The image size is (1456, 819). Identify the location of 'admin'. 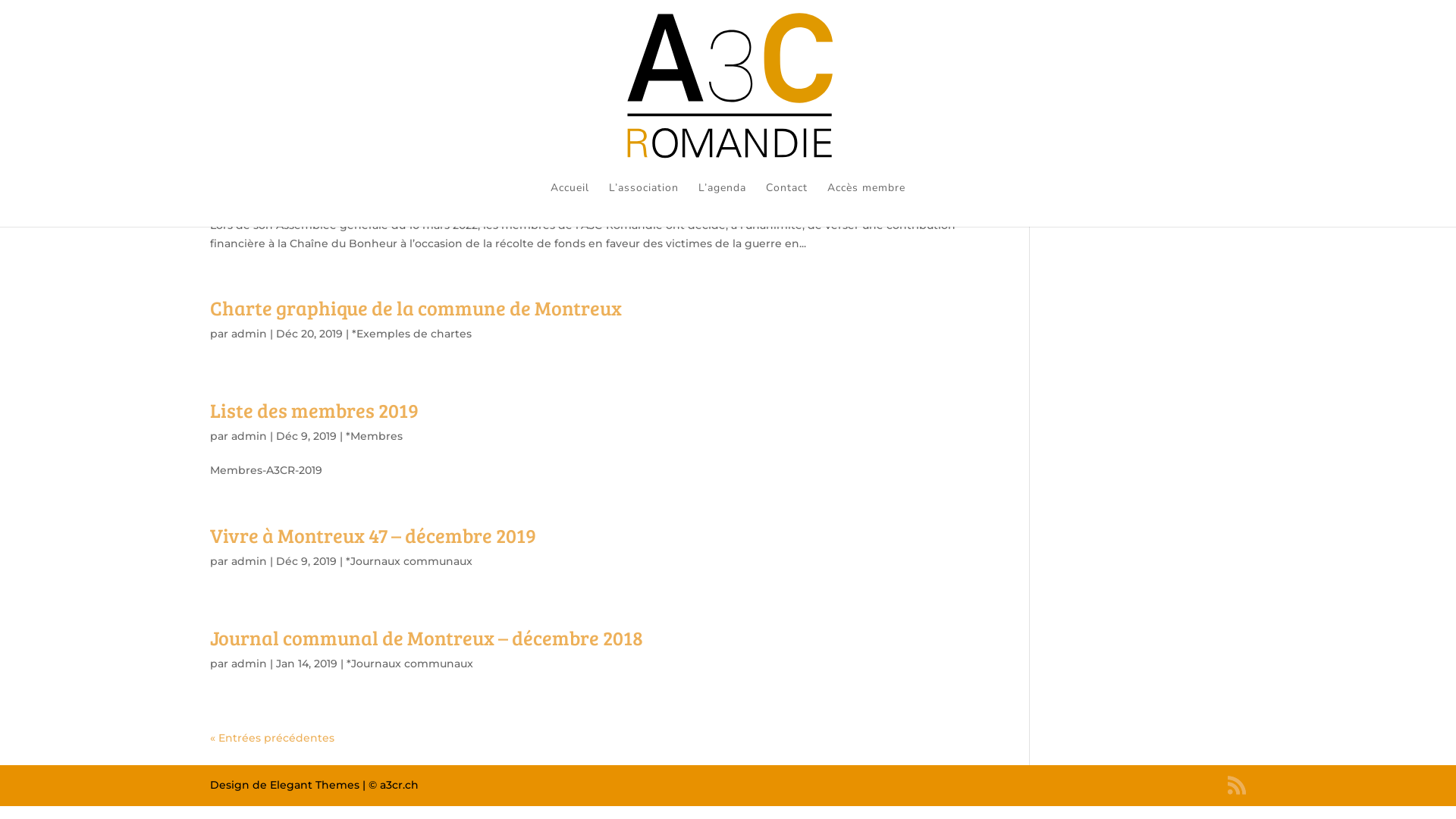
(249, 332).